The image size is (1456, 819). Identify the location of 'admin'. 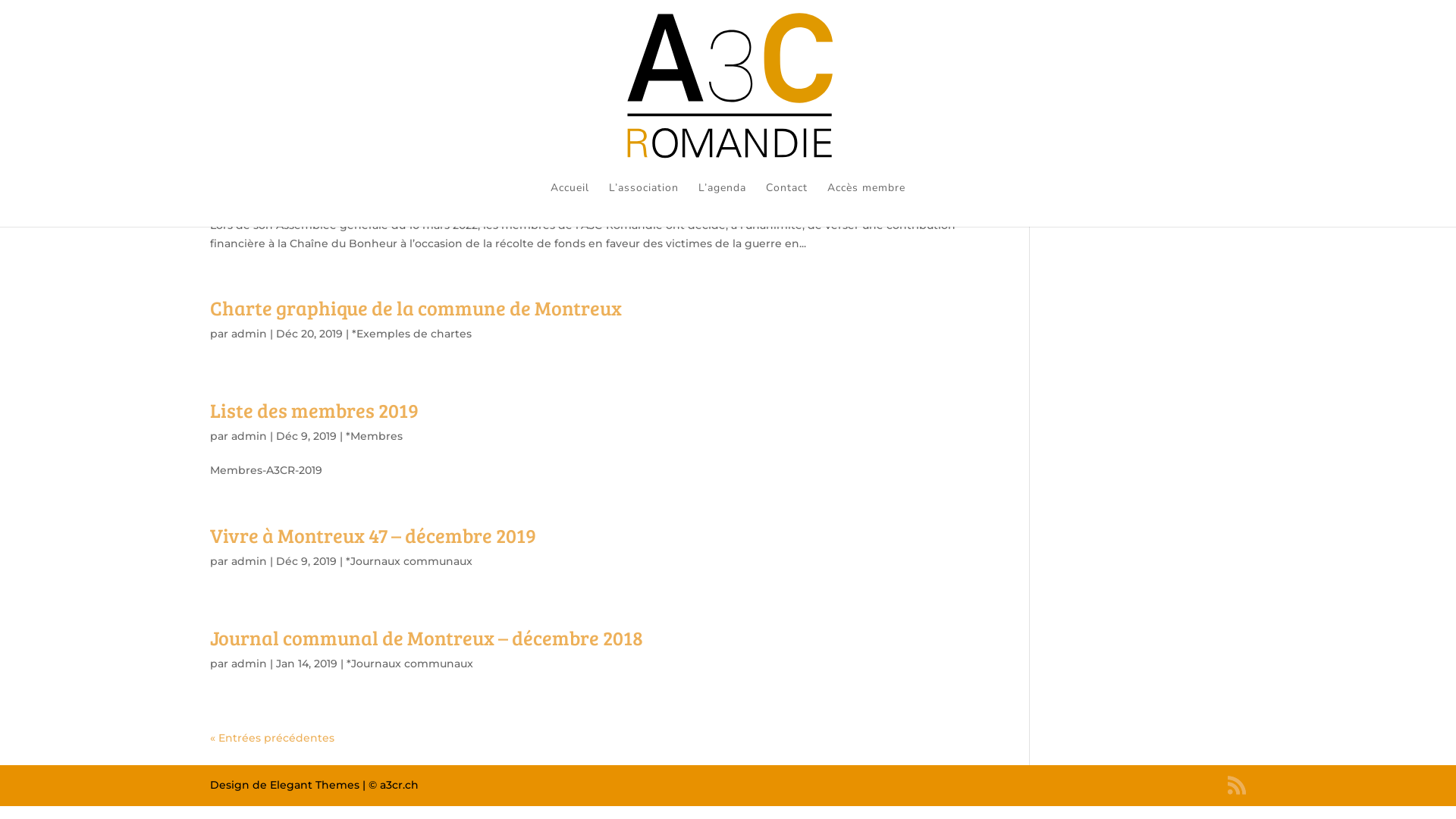
(249, 332).